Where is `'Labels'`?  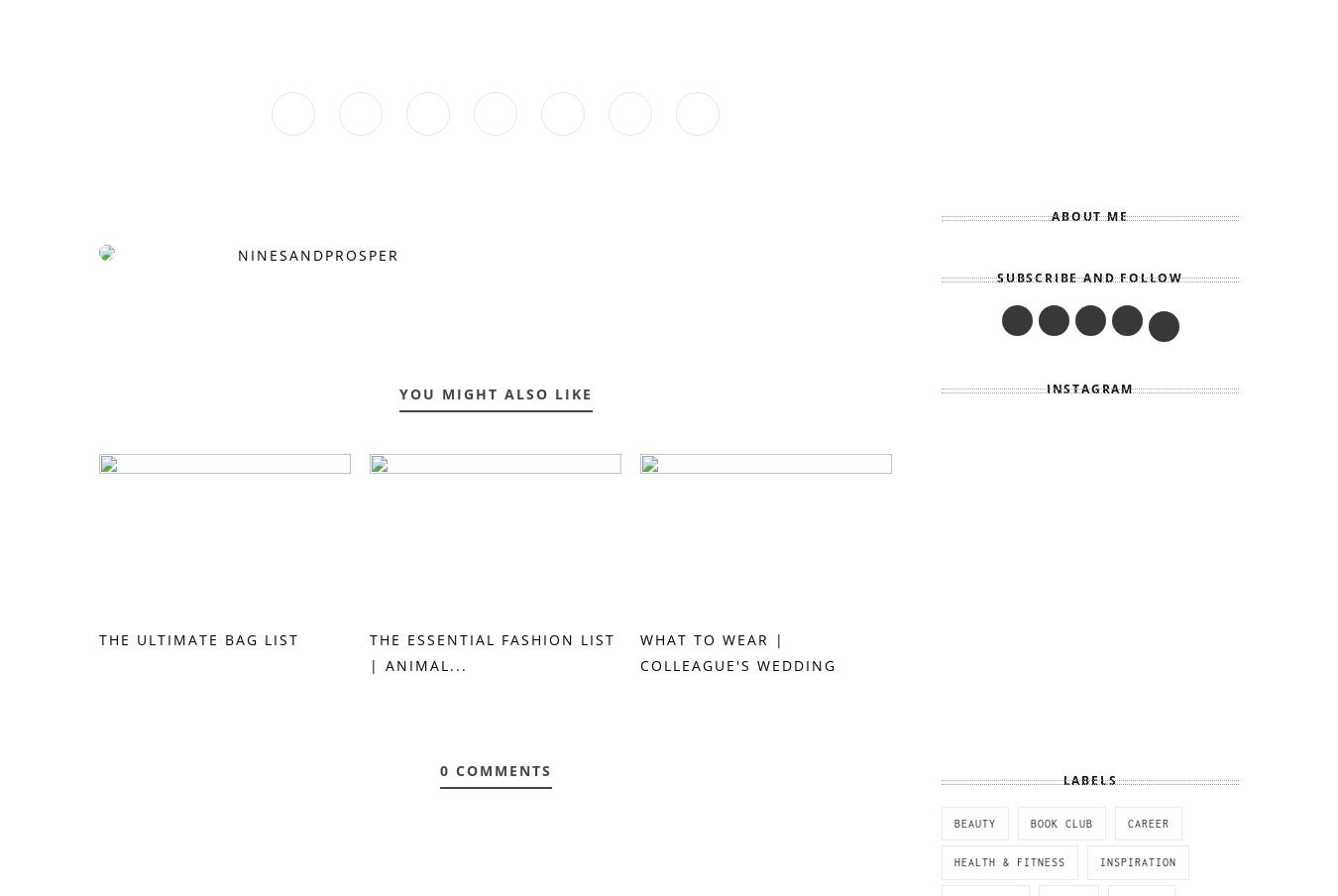
'Labels' is located at coordinates (1089, 779).